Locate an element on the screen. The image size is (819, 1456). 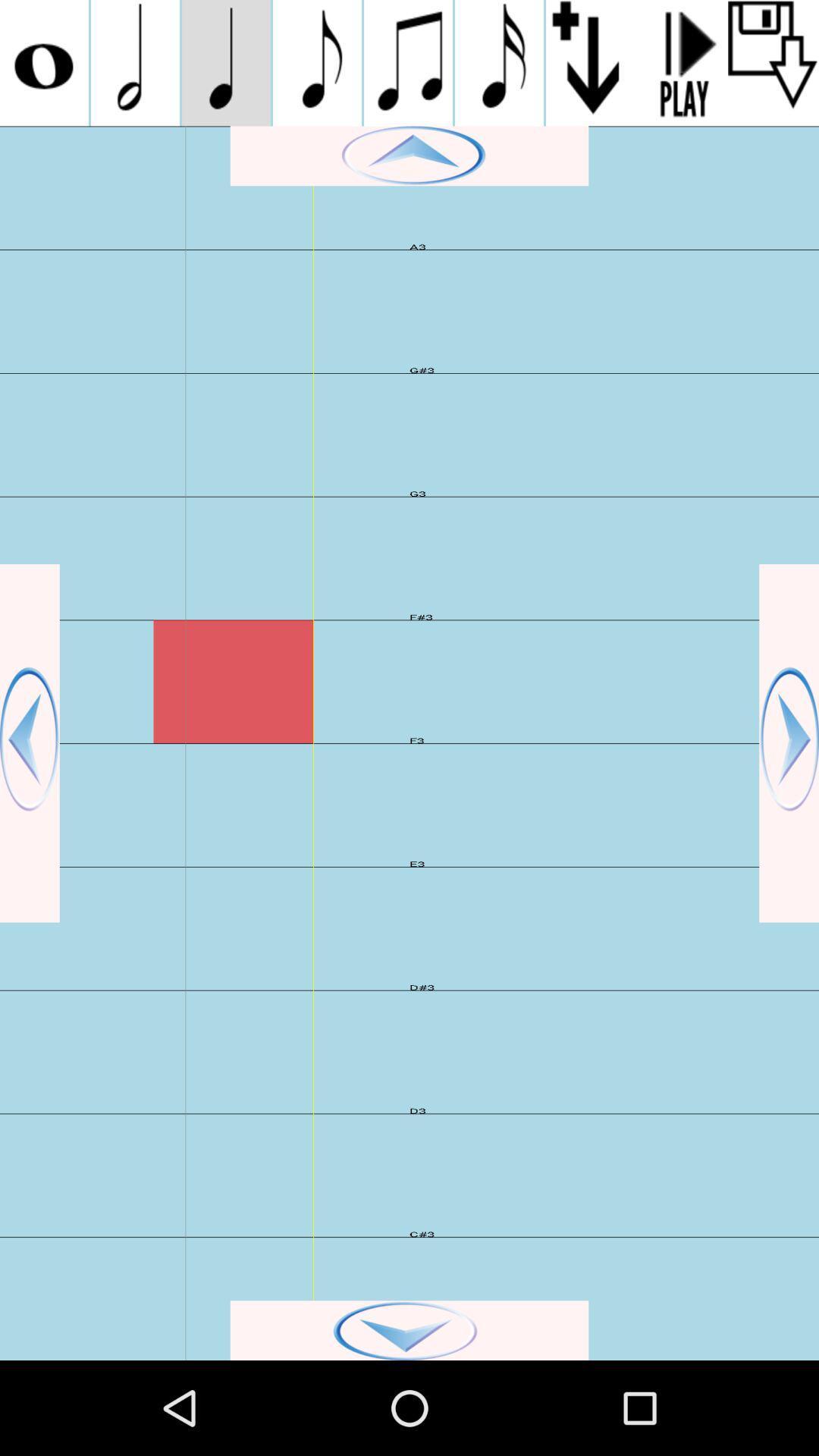
to file is located at coordinates (773, 62).